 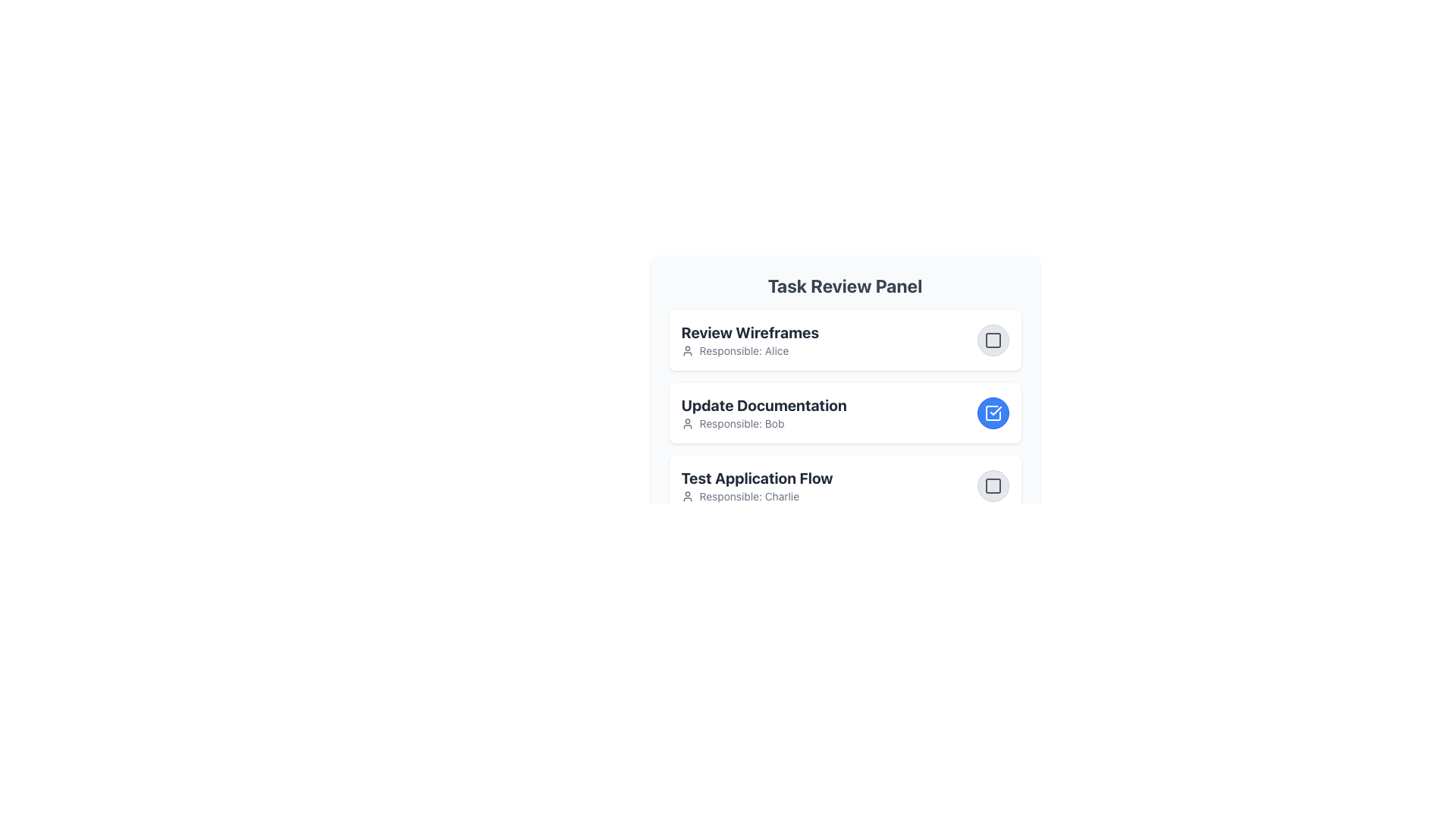 What do you see at coordinates (764, 413) in the screenshot?
I see `the second task entry in the 'Task Review Panel', which displays the task's title and the responsible person's name, positioned between 'Review Wireframes' and 'Test Application Flow'` at bounding box center [764, 413].